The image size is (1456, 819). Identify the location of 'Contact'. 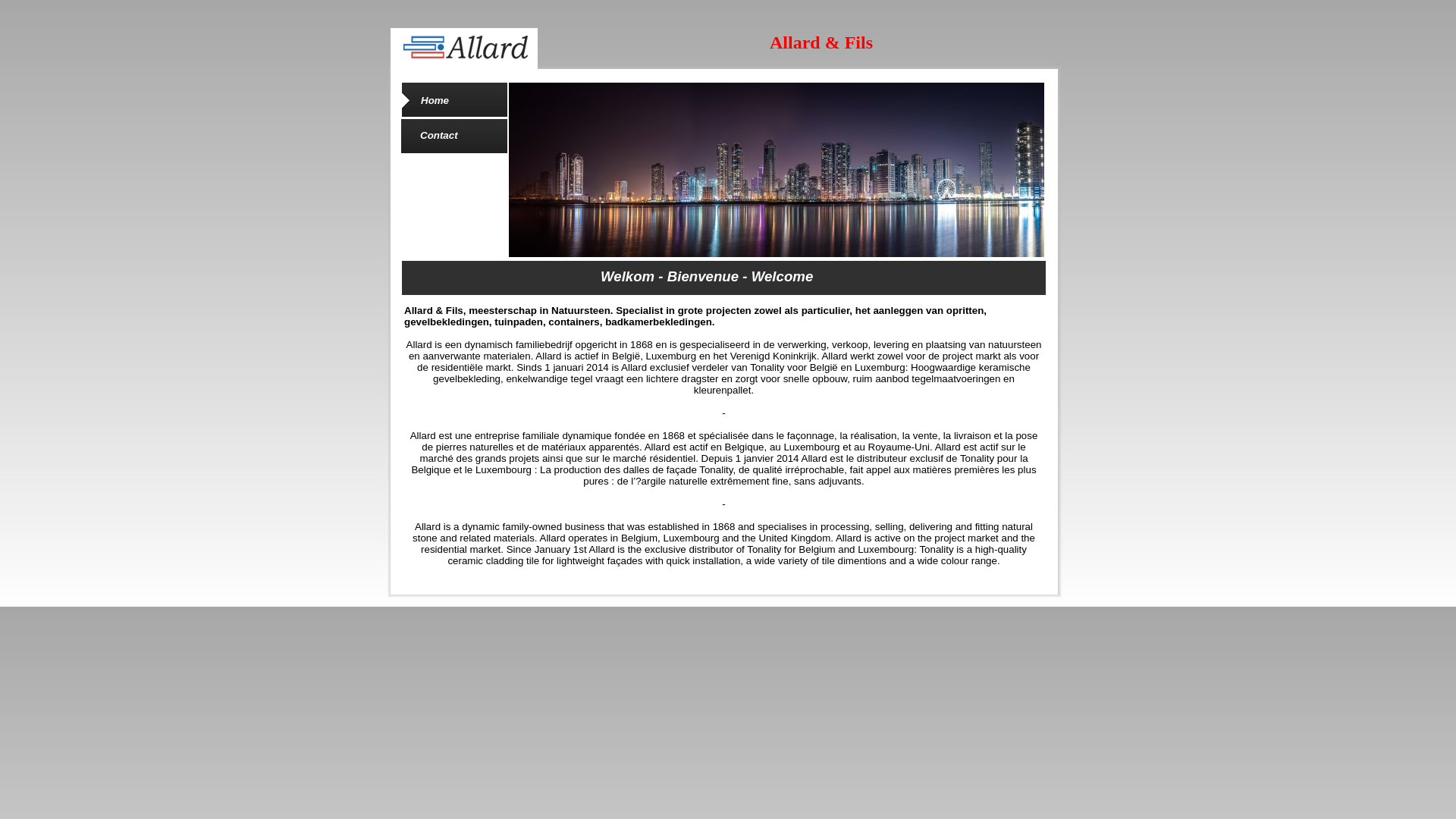
(438, 134).